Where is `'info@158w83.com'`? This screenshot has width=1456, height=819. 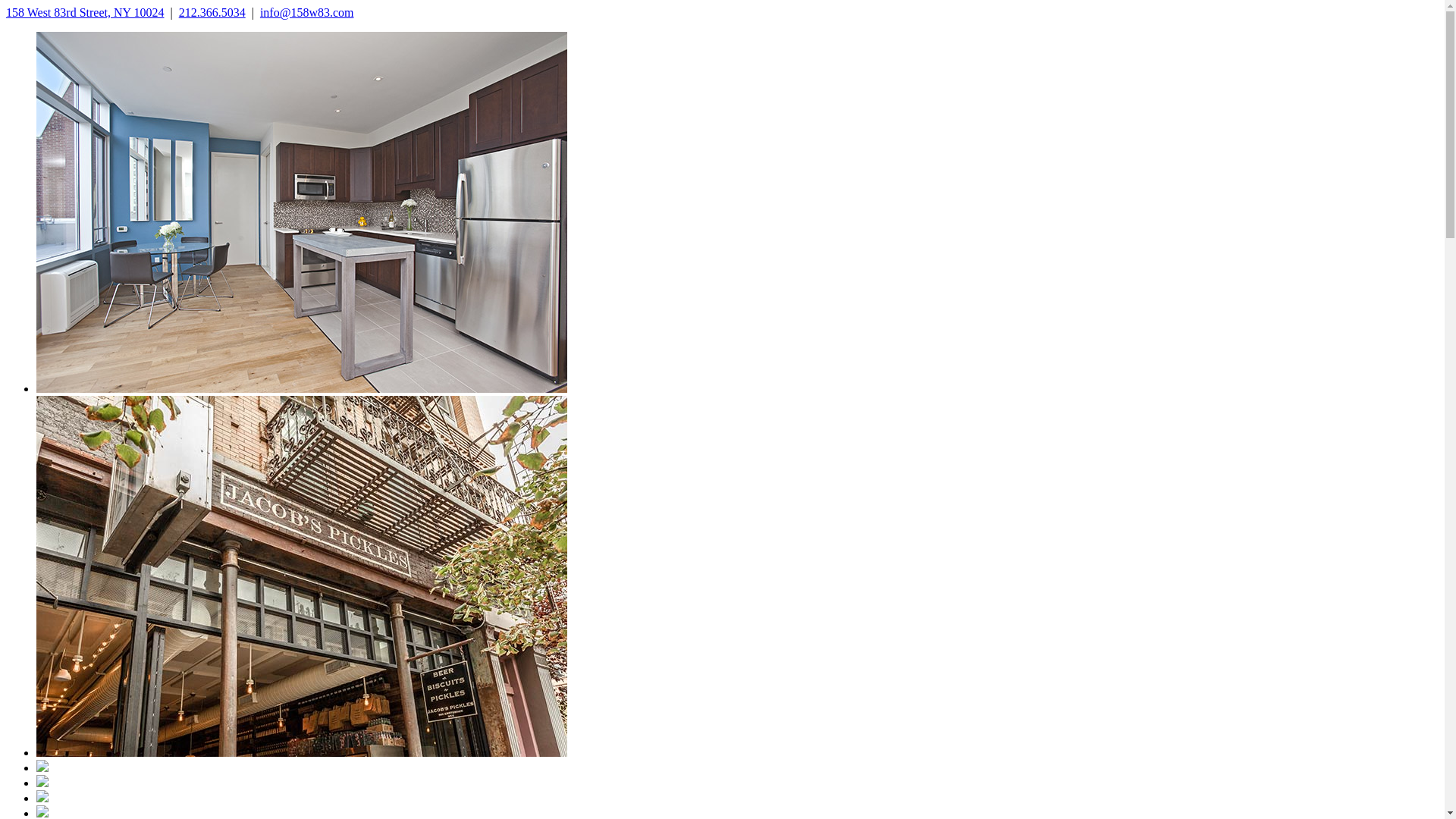
'info@158w83.com' is located at coordinates (306, 12).